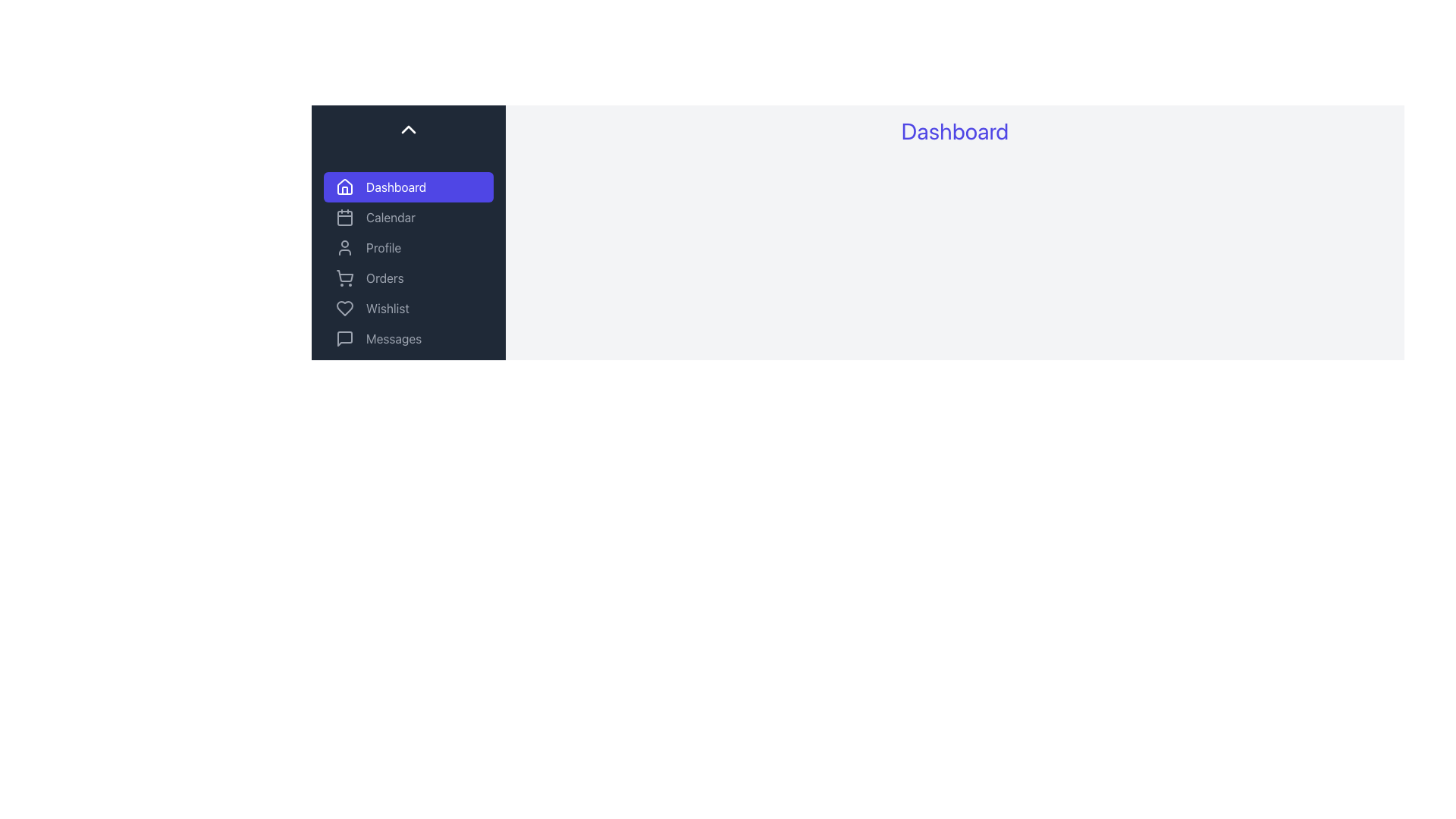 The image size is (1456, 819). What do you see at coordinates (408, 247) in the screenshot?
I see `the 'Profile' button in the navigation menu to trigger hover effects` at bounding box center [408, 247].